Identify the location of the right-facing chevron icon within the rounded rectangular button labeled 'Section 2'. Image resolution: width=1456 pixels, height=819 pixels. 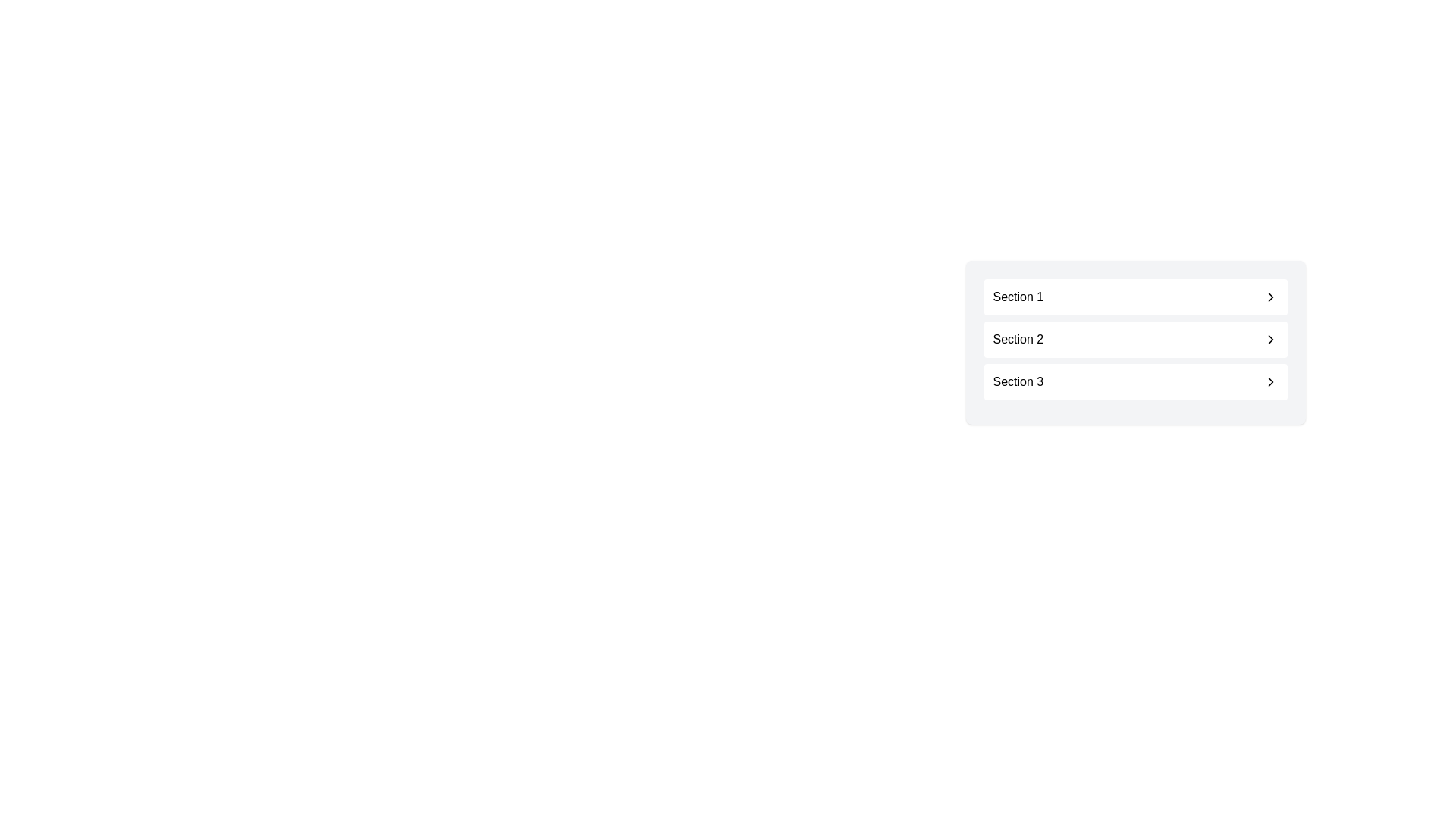
(1270, 338).